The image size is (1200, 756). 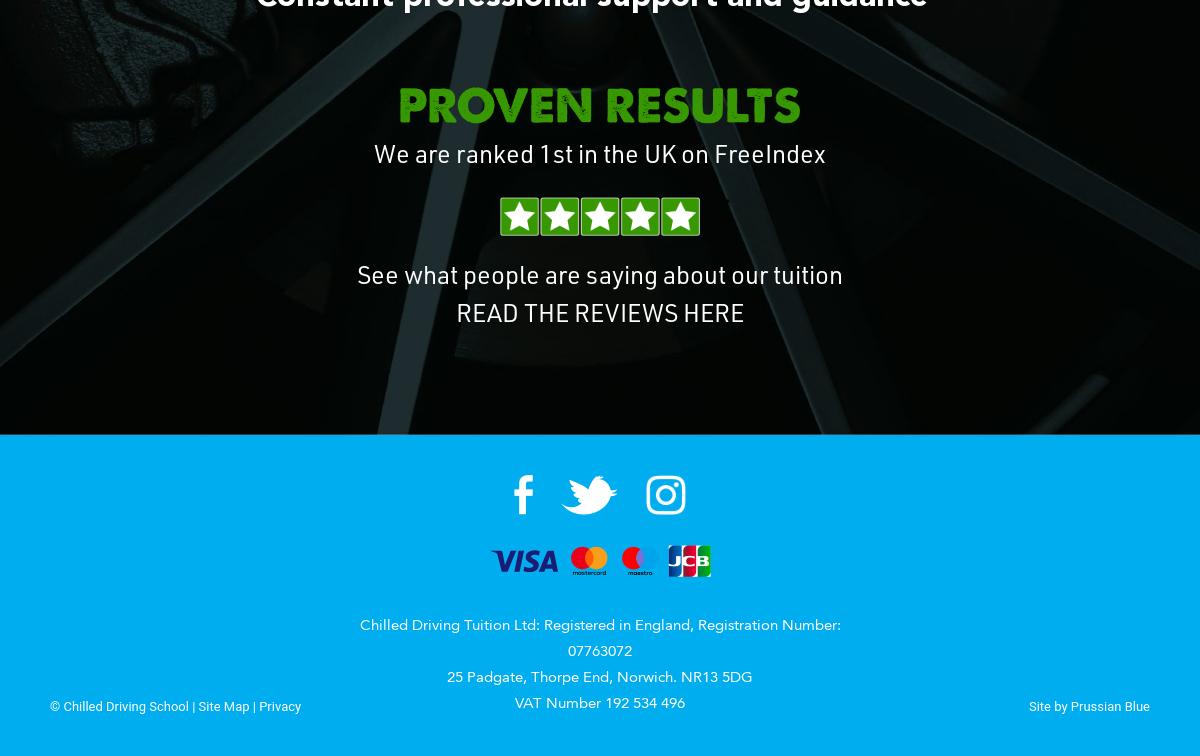 I want to click on 'Chilled Driving Tuition Ltd: Registered in England, Registration Number: 07763072', so click(x=598, y=637).